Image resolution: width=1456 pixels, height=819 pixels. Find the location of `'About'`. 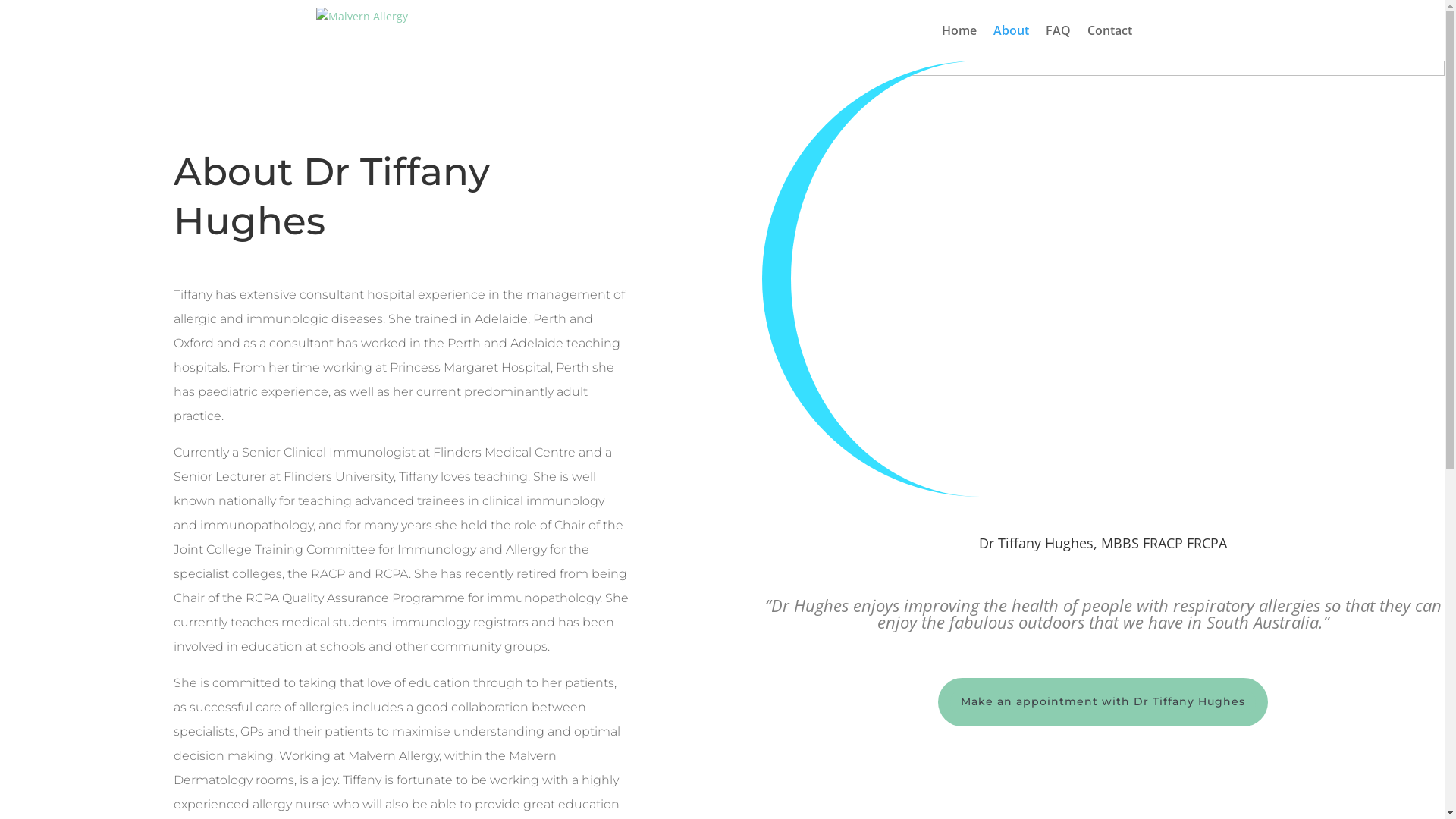

'About' is located at coordinates (1011, 42).